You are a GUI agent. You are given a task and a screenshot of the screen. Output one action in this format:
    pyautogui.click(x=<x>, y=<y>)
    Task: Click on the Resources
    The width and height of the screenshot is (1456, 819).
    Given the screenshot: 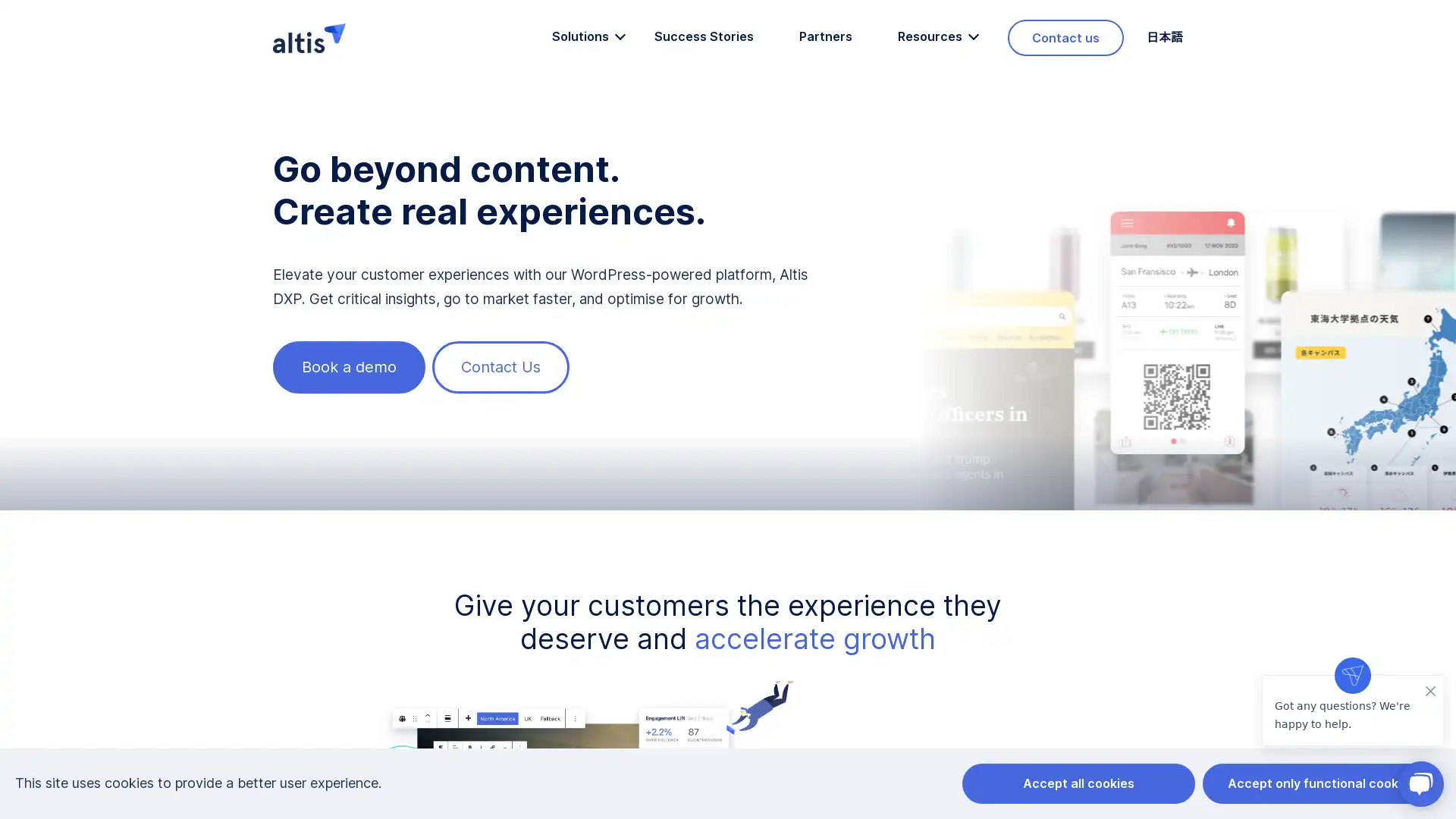 What is the action you would take?
    pyautogui.click(x=928, y=35)
    